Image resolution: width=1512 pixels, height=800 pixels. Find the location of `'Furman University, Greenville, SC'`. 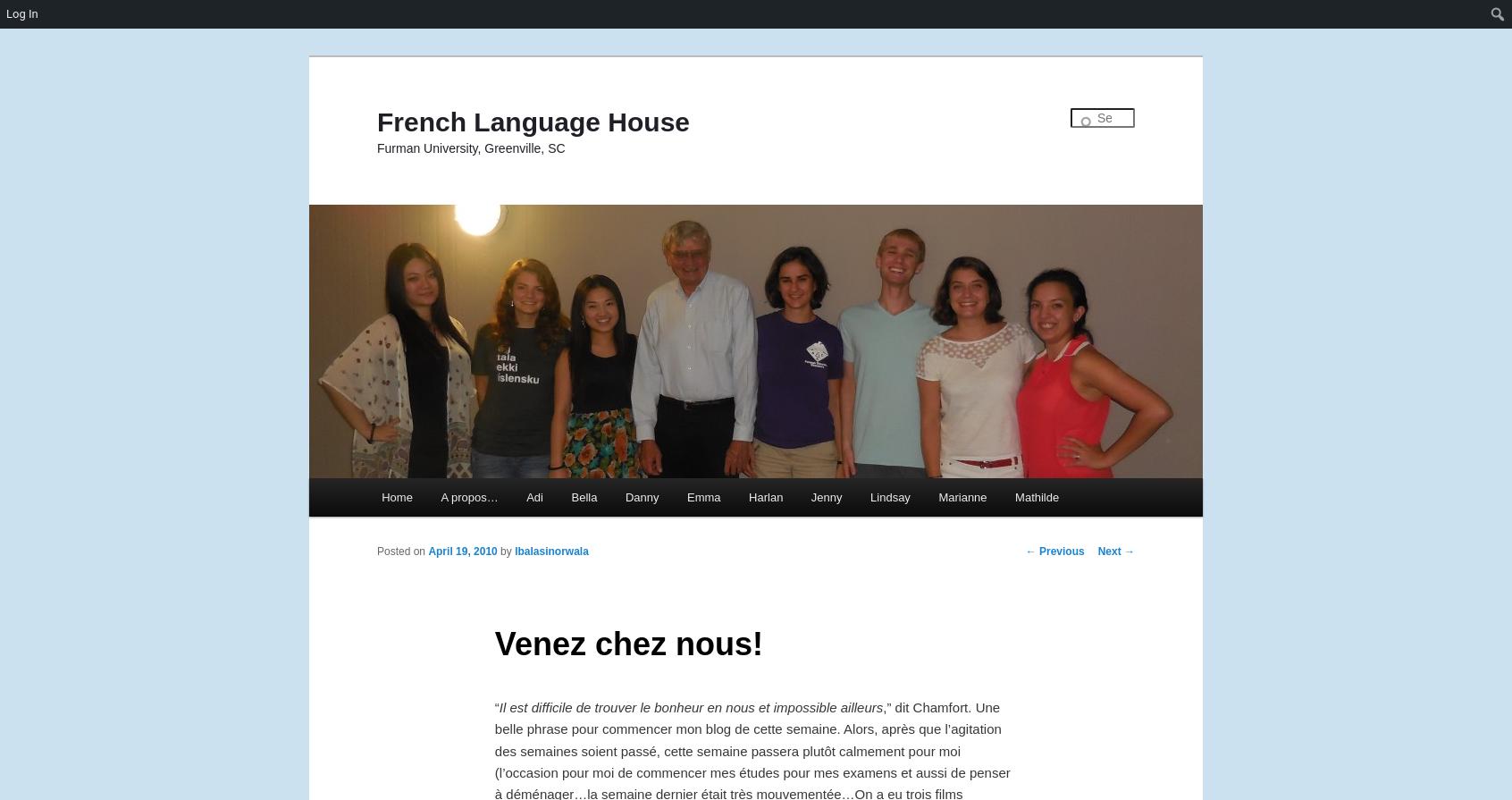

'Furman University, Greenville, SC' is located at coordinates (471, 147).